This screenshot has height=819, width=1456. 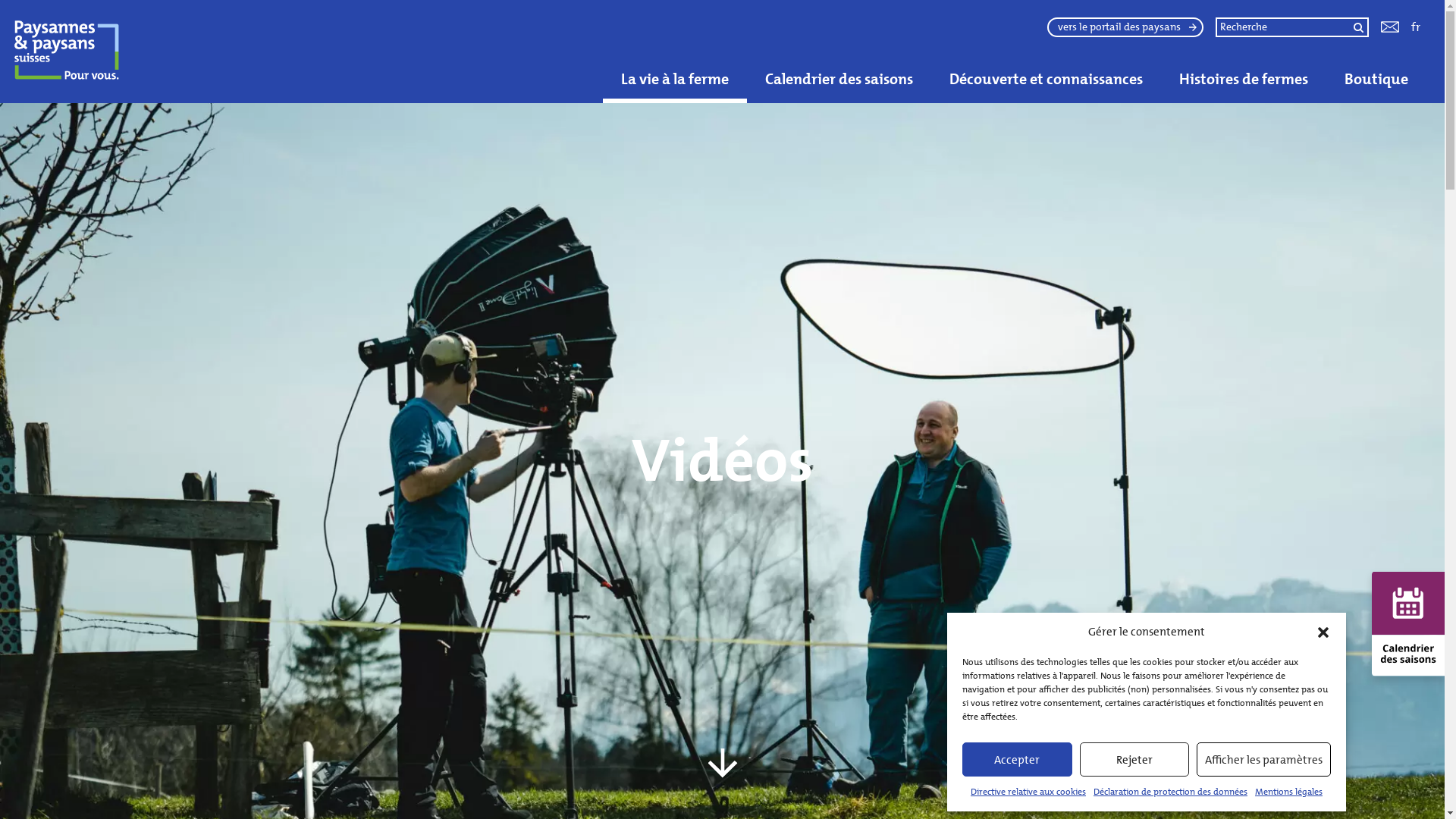 What do you see at coordinates (961, 759) in the screenshot?
I see `'Accepter'` at bounding box center [961, 759].